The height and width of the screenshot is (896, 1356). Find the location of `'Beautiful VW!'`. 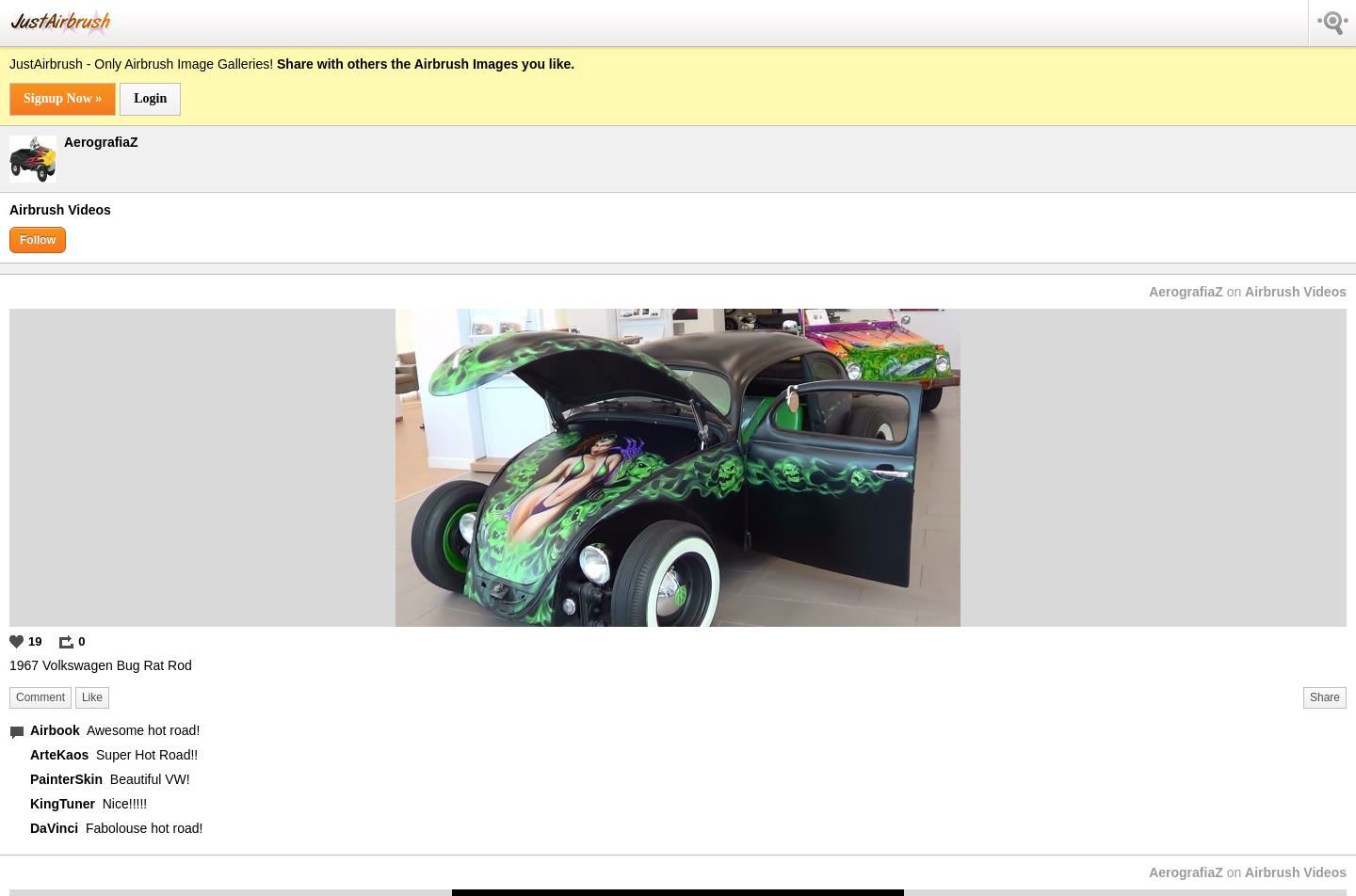

'Beautiful VW!' is located at coordinates (109, 778).